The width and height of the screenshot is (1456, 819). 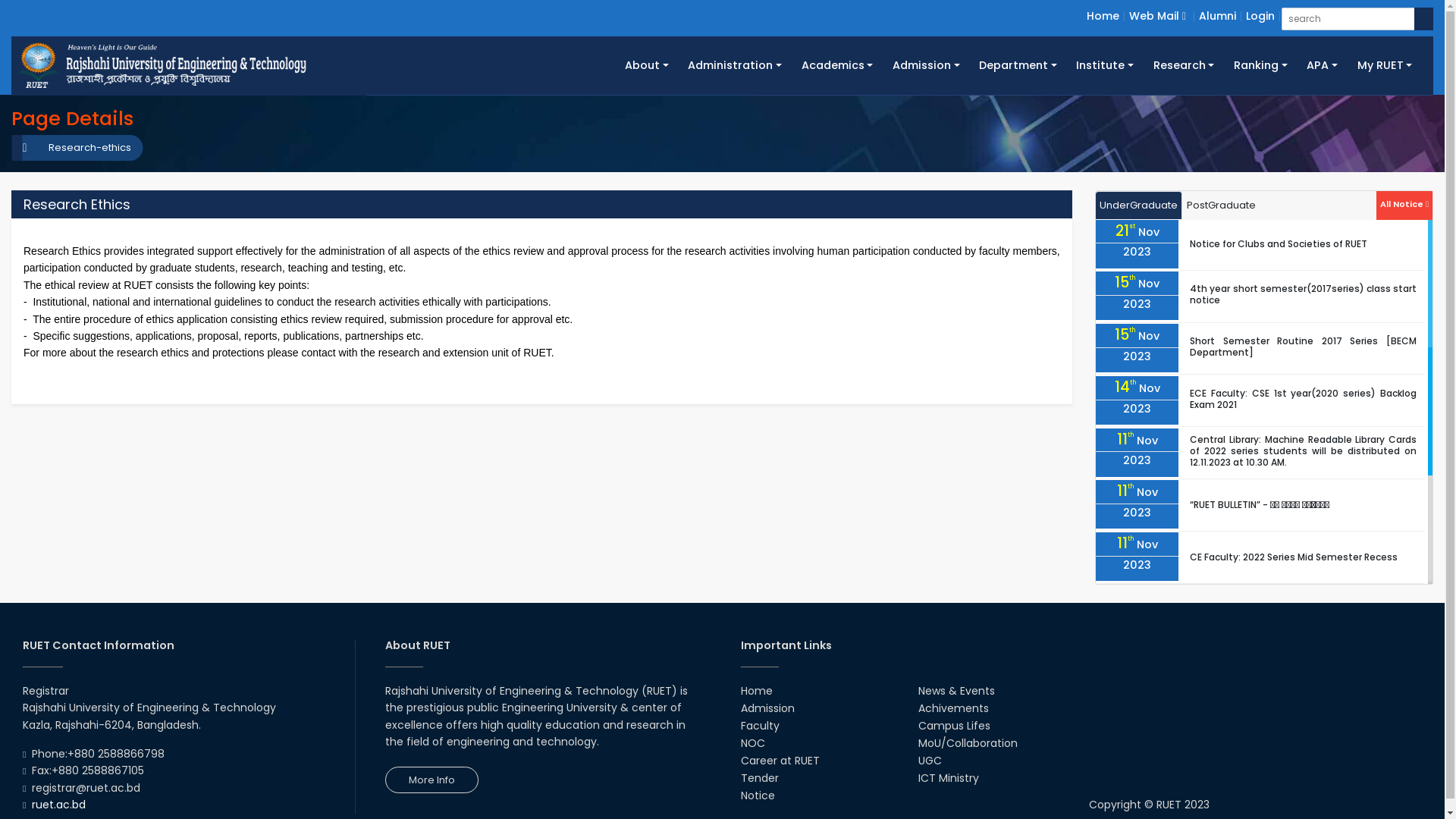 I want to click on 'Login', so click(x=1245, y=15).